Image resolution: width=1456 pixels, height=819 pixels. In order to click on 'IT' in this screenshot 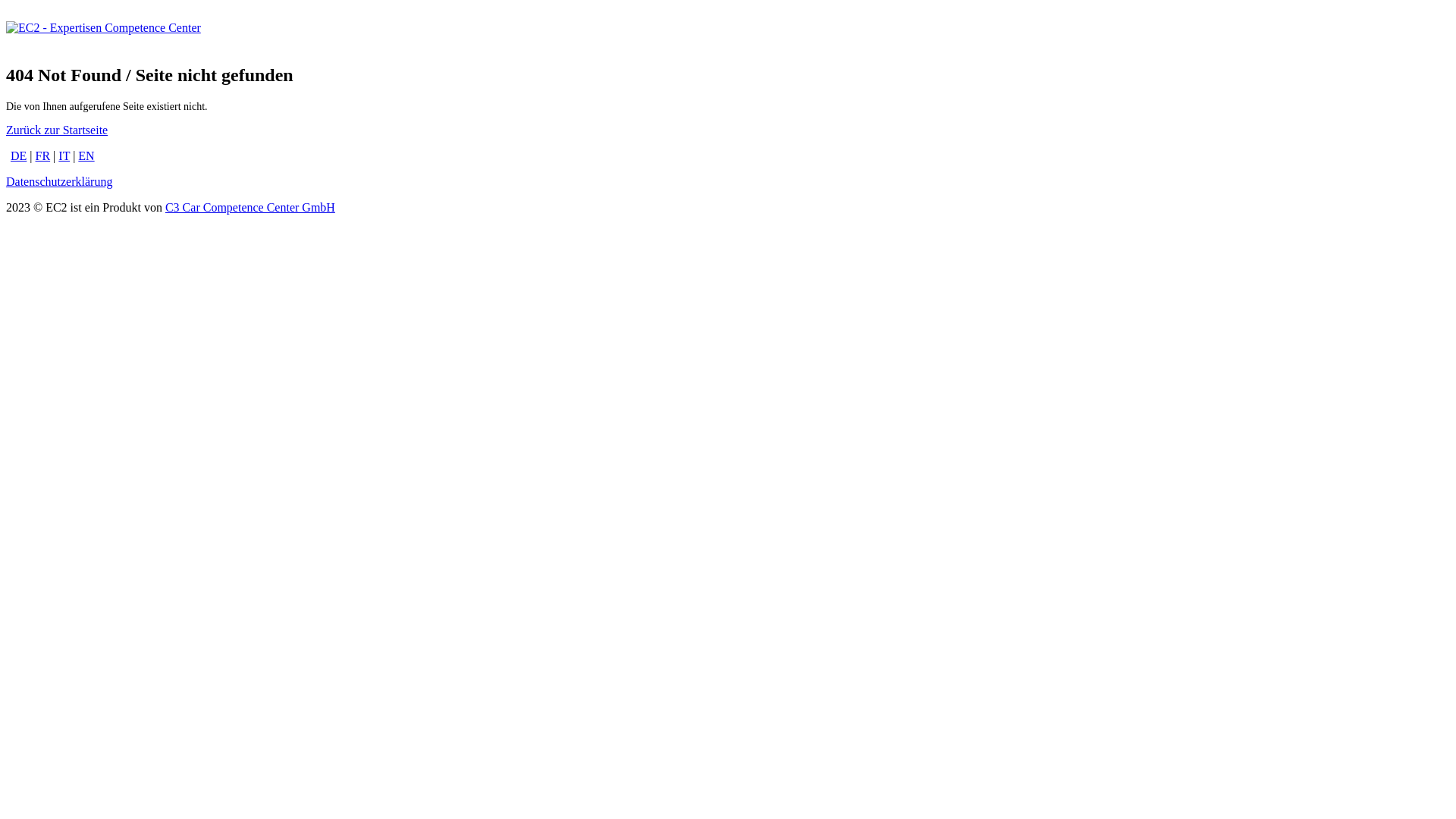, I will do `click(63, 155)`.